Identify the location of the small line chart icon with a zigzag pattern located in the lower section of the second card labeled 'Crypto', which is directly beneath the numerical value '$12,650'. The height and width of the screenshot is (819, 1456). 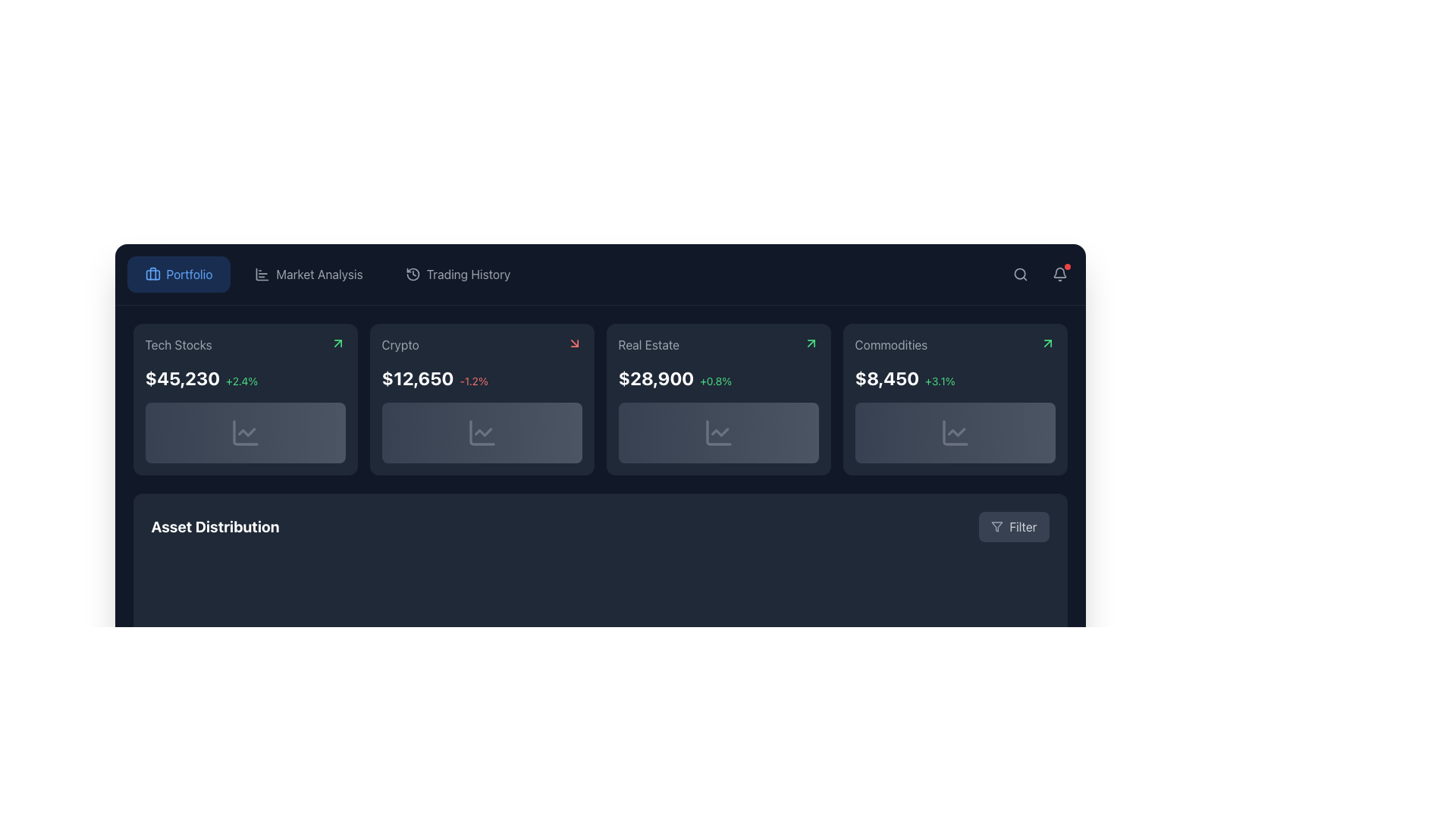
(482, 432).